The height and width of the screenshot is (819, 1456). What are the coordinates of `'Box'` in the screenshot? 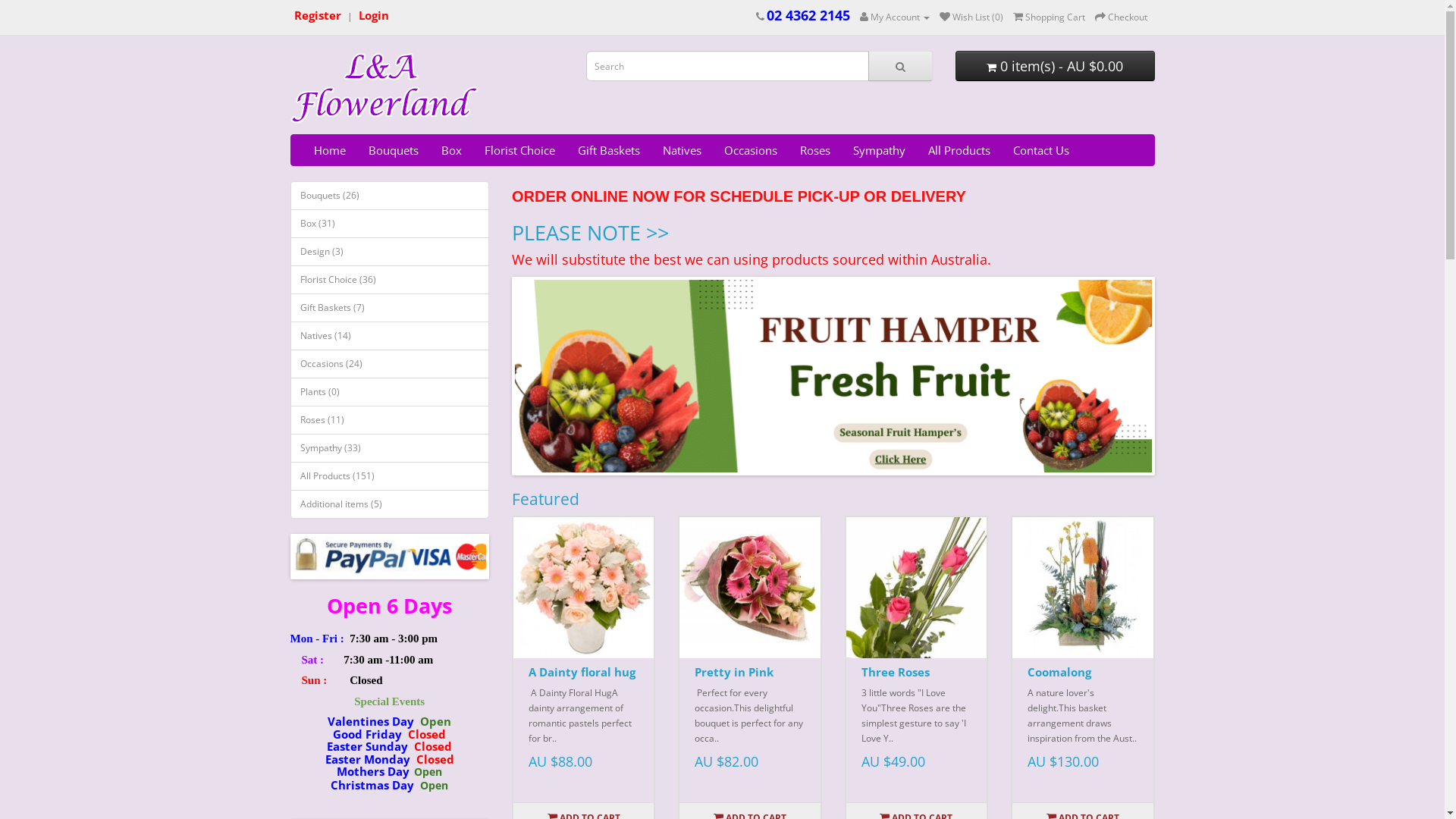 It's located at (450, 149).